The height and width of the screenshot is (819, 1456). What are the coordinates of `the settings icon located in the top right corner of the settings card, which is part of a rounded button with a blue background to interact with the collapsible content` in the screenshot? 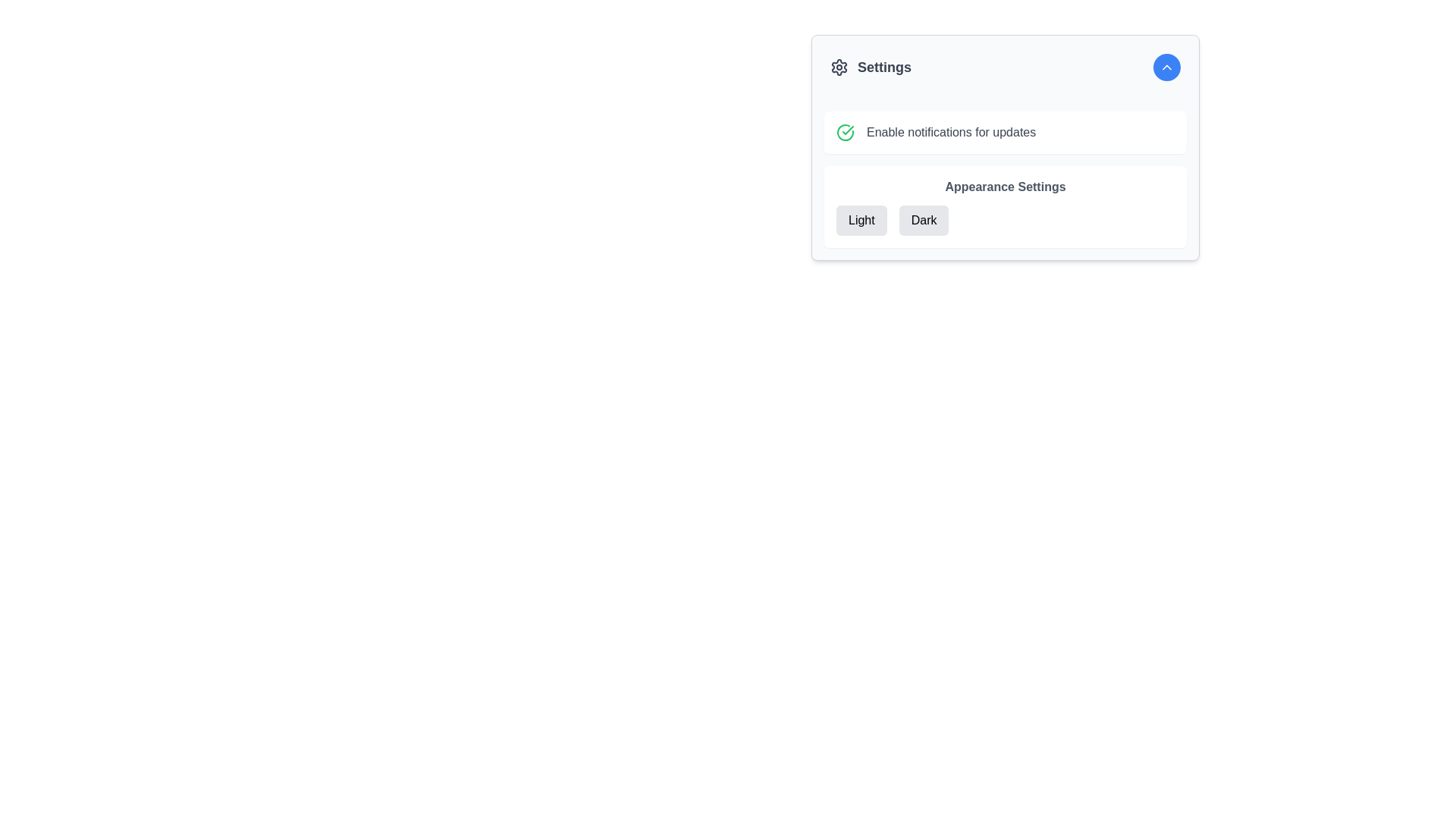 It's located at (1166, 66).